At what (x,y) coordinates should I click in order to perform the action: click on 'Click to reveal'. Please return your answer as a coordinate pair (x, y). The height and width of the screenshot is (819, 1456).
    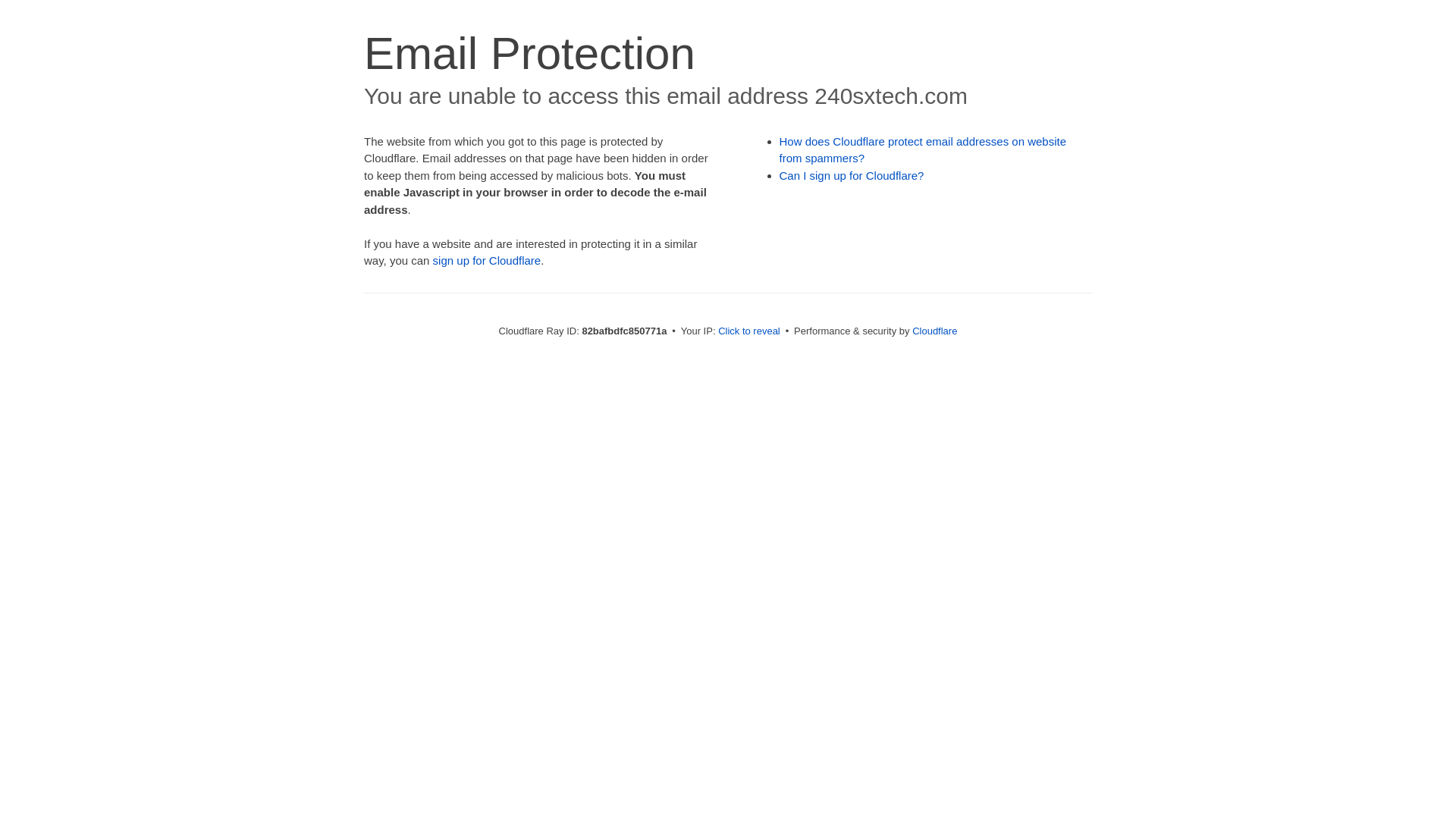
    Looking at the image, I should click on (749, 330).